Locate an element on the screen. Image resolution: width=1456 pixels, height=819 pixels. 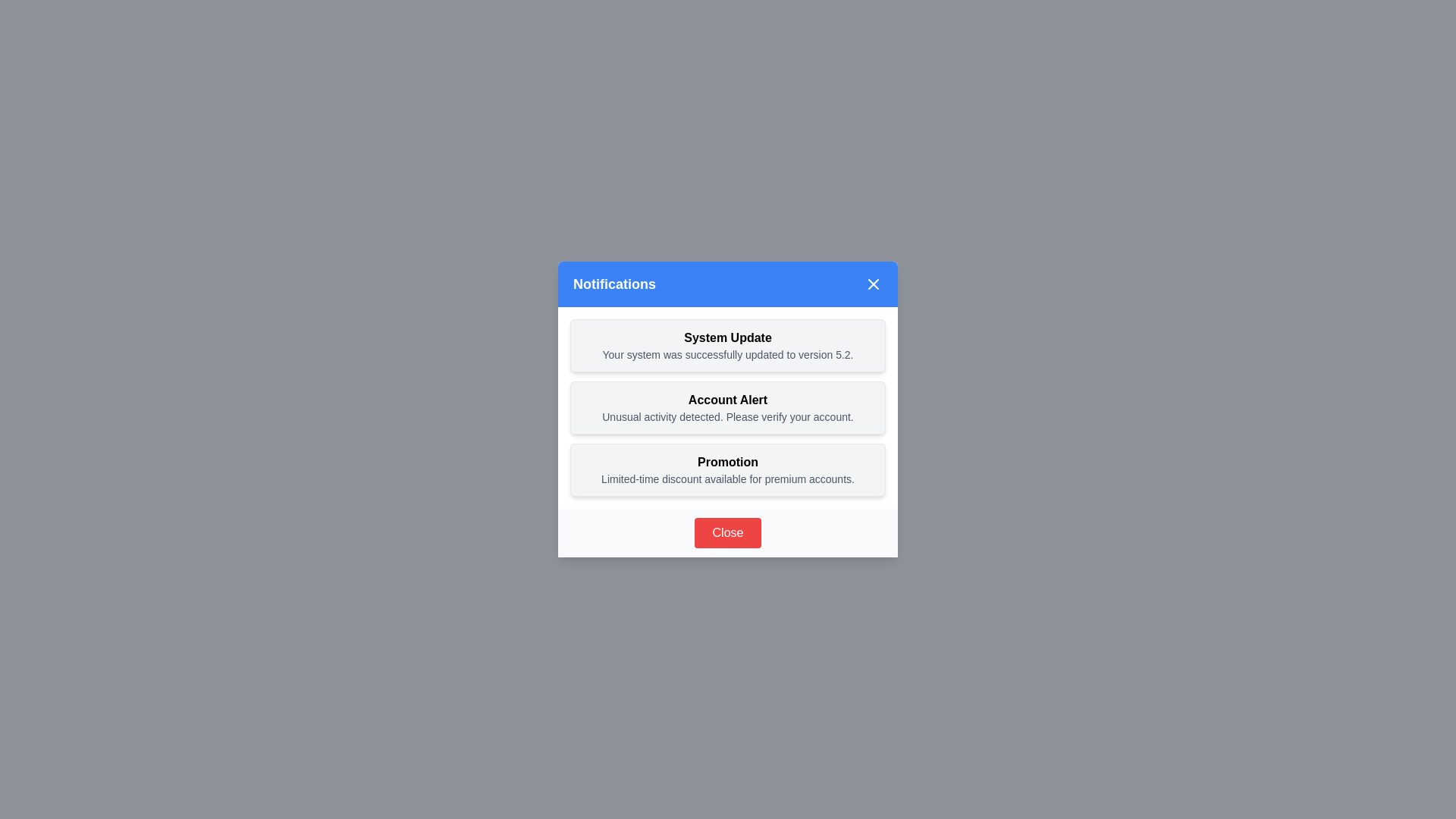
the close button located at the top-right corner of the notification modal's header bar is located at coordinates (874, 284).